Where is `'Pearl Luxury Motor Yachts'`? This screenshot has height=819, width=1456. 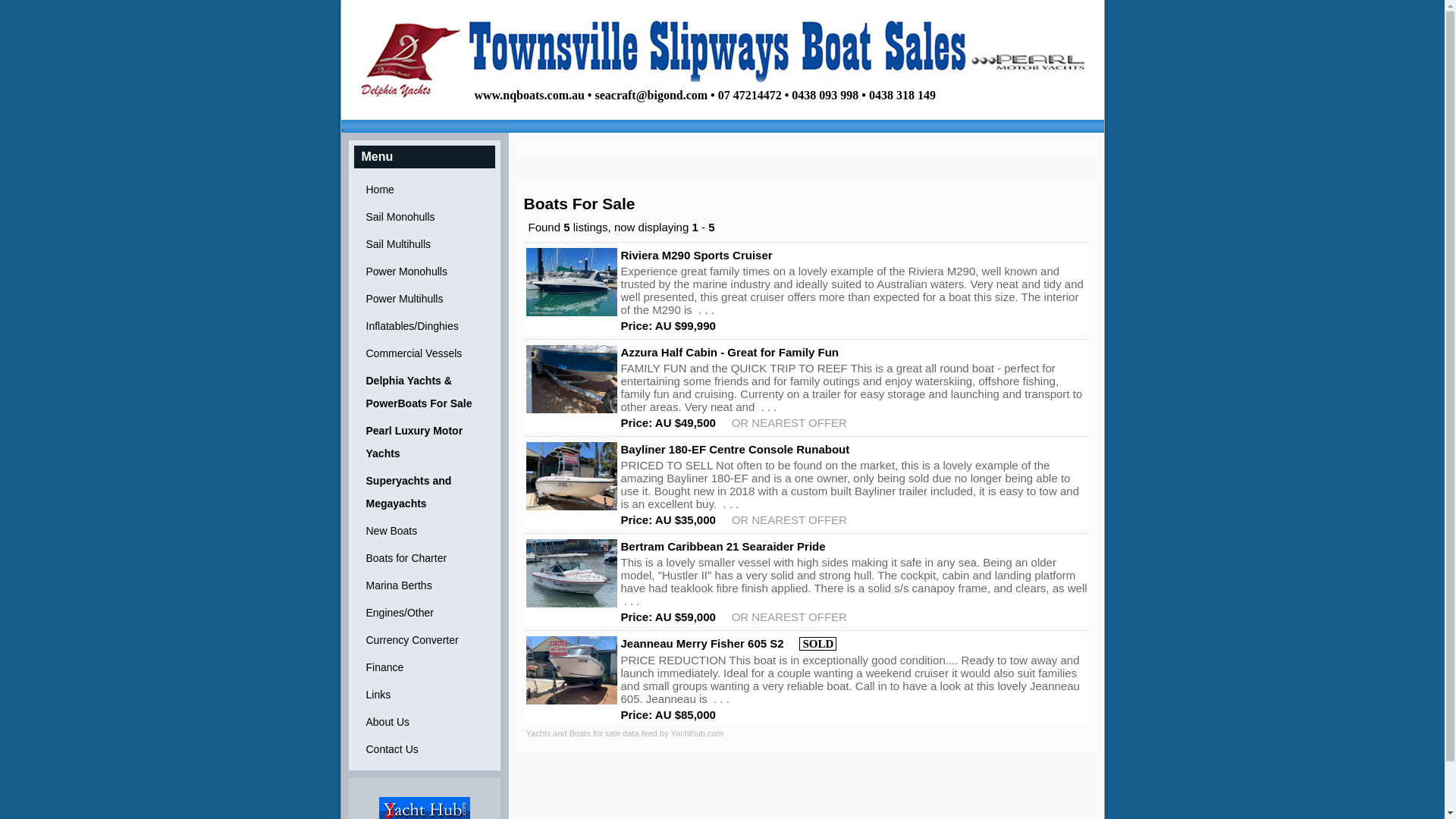
'Pearl Luxury Motor Yachts' is located at coordinates (356, 441).